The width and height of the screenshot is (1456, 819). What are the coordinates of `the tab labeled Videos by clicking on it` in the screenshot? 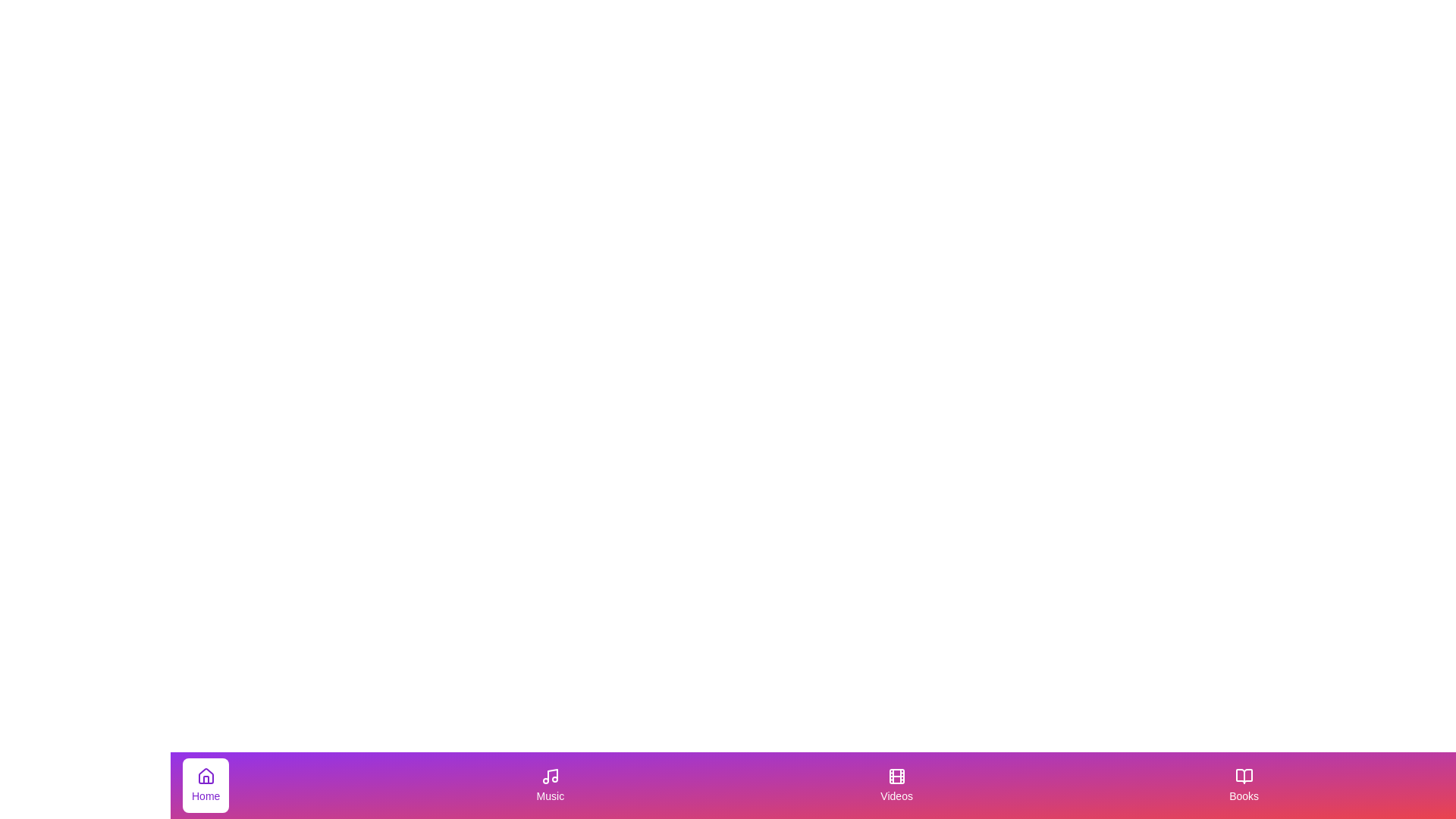 It's located at (896, 785).